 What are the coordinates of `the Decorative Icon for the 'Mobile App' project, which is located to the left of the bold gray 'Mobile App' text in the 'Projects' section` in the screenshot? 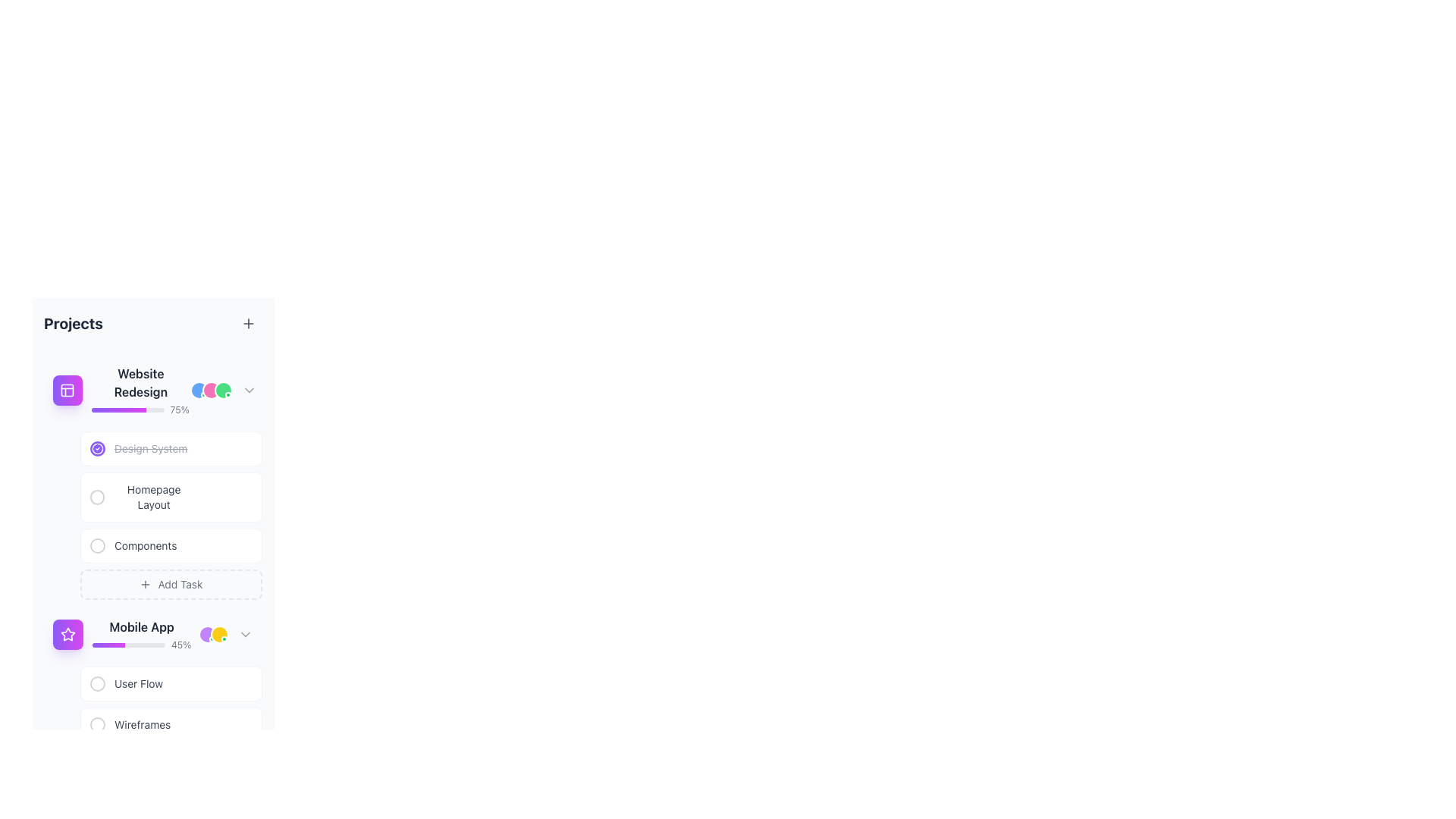 It's located at (67, 635).